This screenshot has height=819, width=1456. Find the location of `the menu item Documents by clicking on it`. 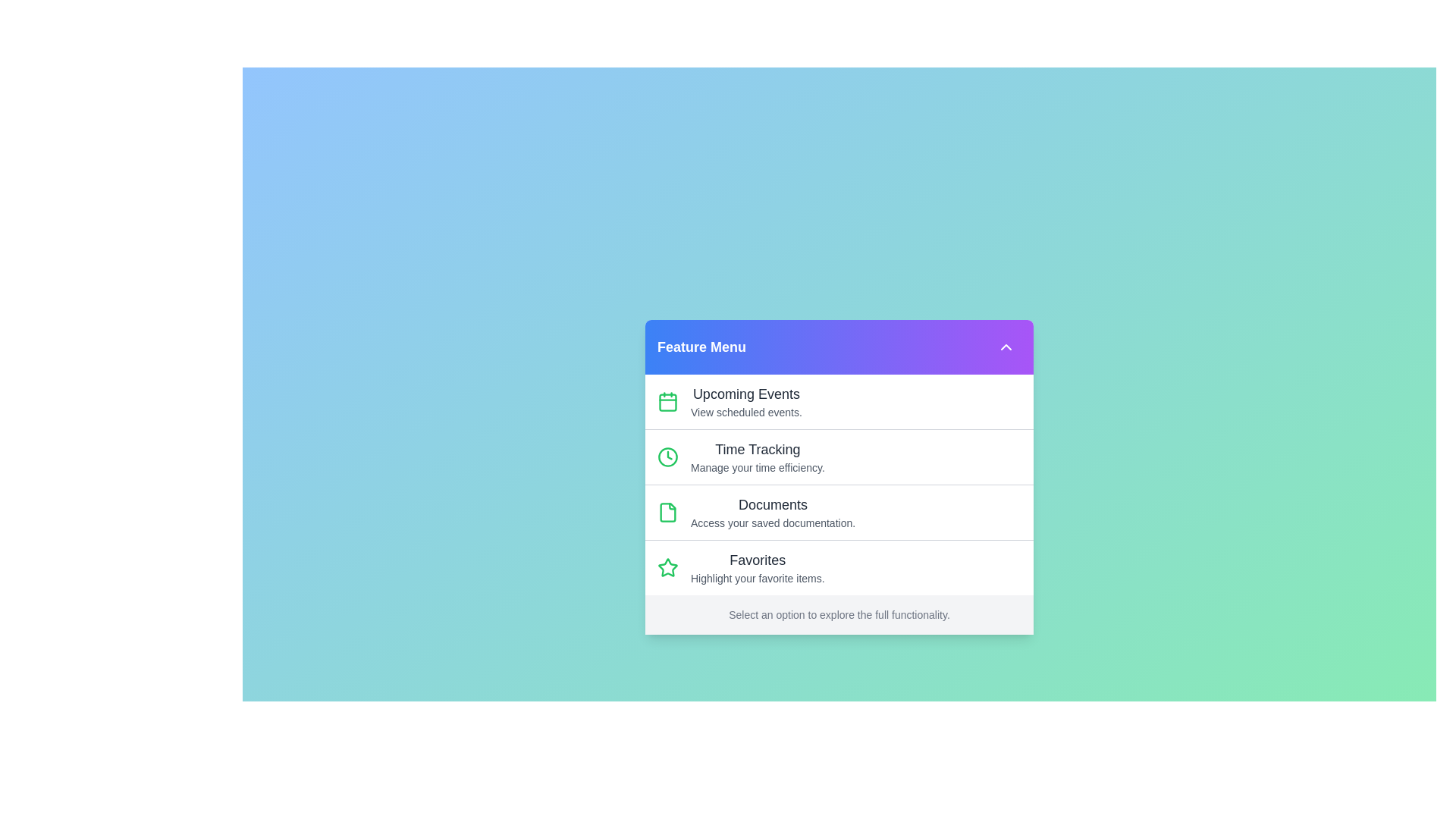

the menu item Documents by clicking on it is located at coordinates (839, 512).